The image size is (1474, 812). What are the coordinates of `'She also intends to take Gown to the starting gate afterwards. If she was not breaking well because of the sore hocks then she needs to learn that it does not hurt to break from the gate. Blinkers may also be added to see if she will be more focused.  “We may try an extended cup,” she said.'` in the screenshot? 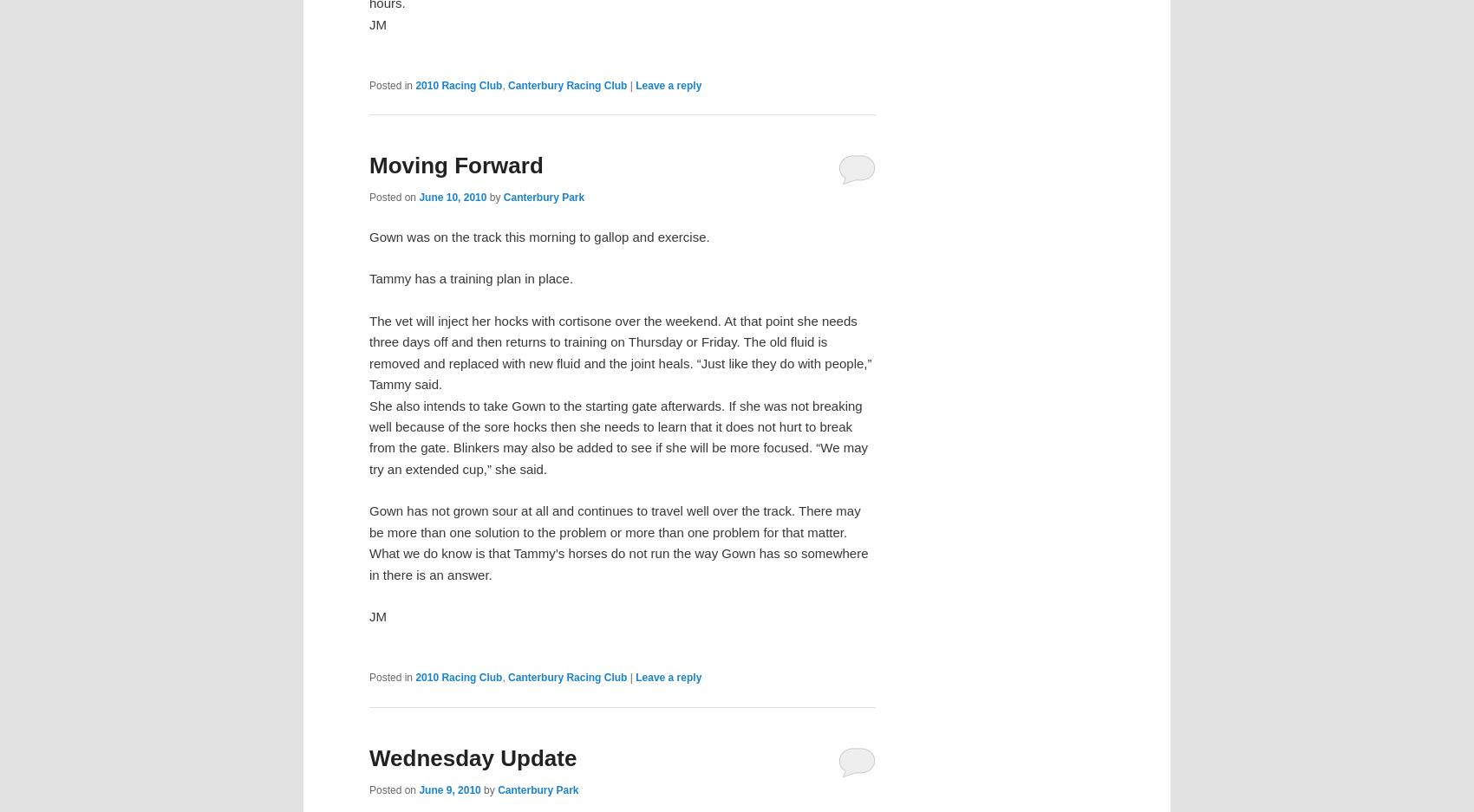 It's located at (369, 437).